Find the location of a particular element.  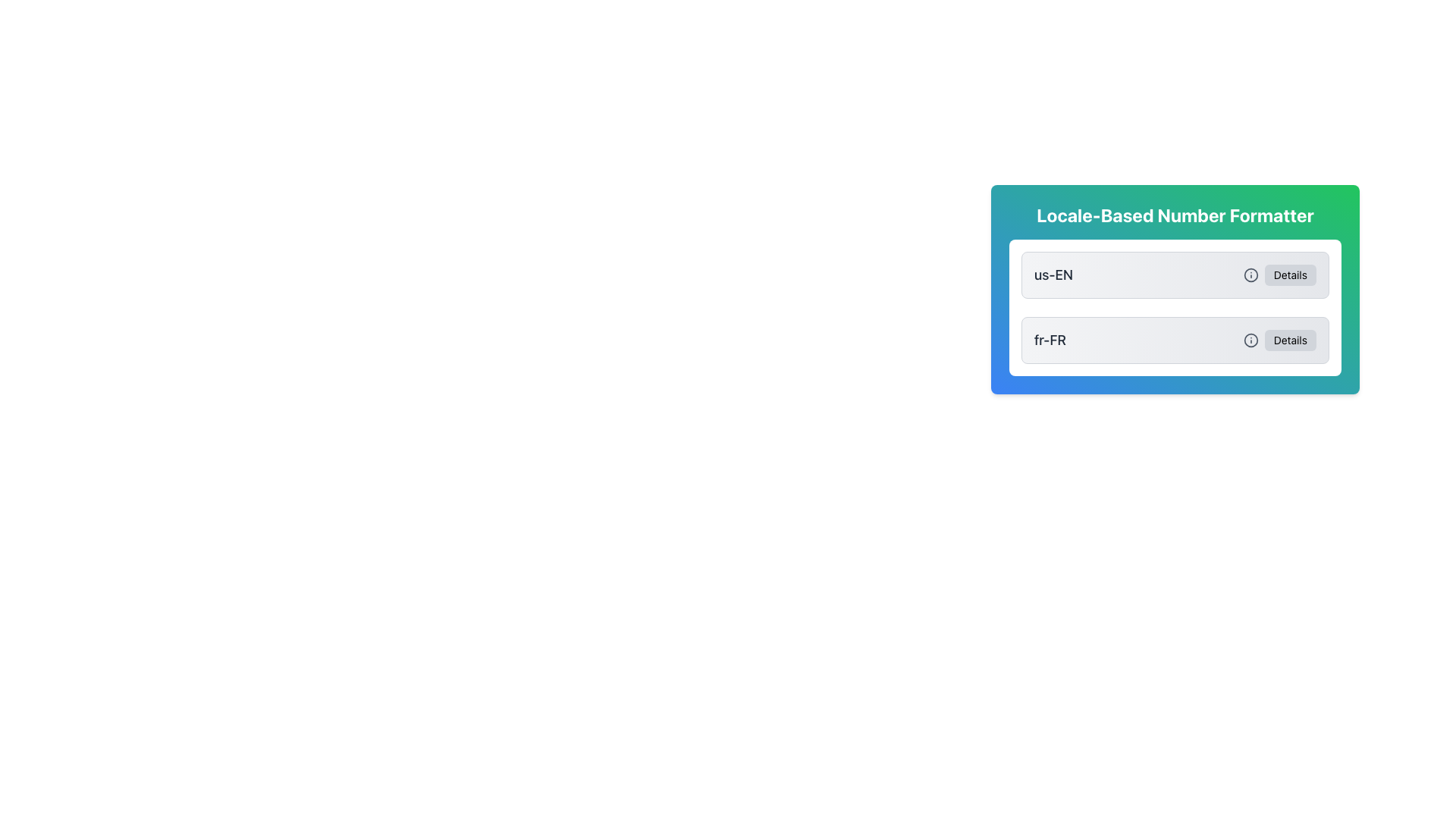

the 'Details' interactive button located to the far right of the 'fr-FR' row is located at coordinates (1289, 339).